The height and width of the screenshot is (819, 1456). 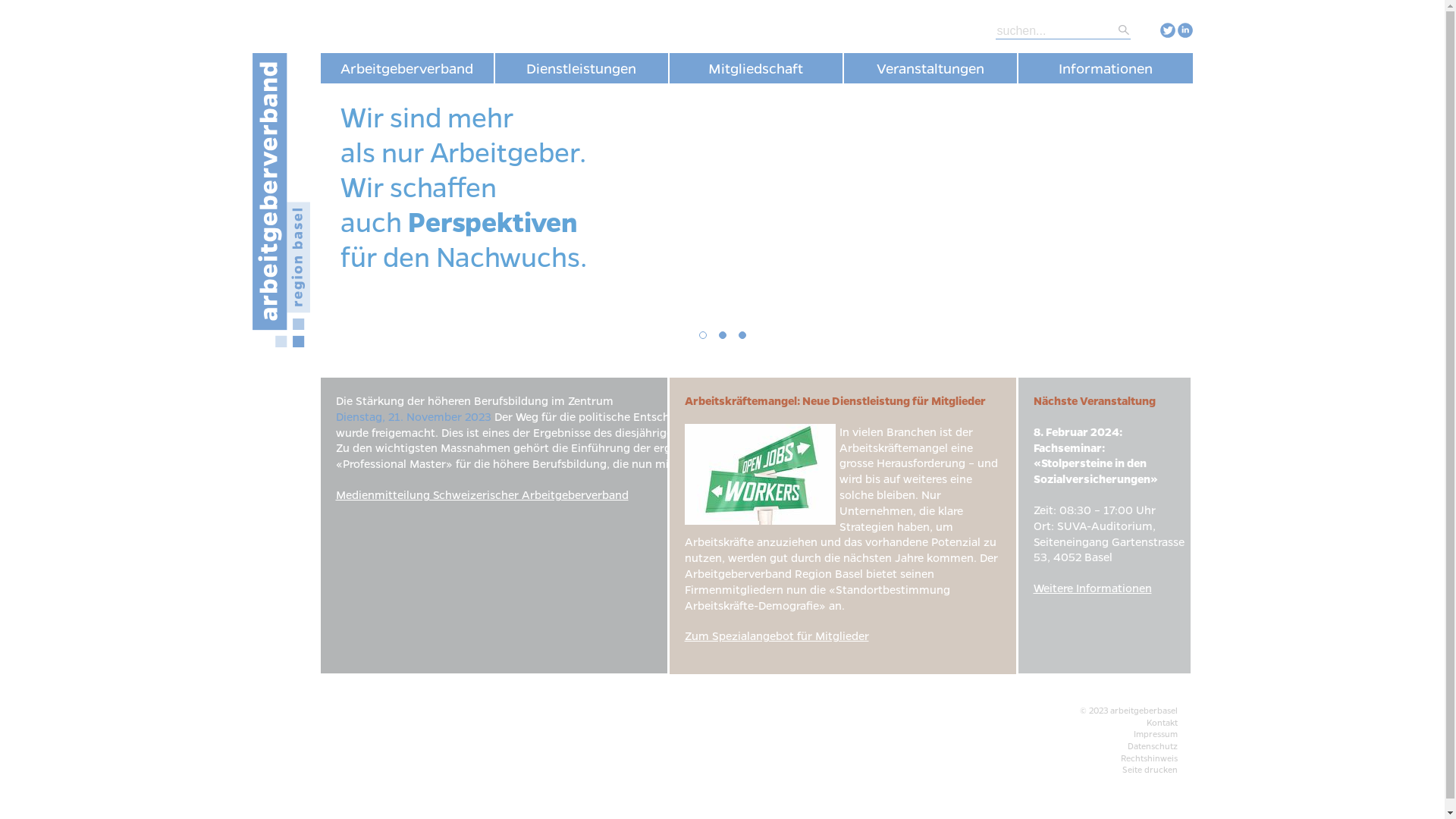 I want to click on 'Rechtshinweis', so click(x=1121, y=758).